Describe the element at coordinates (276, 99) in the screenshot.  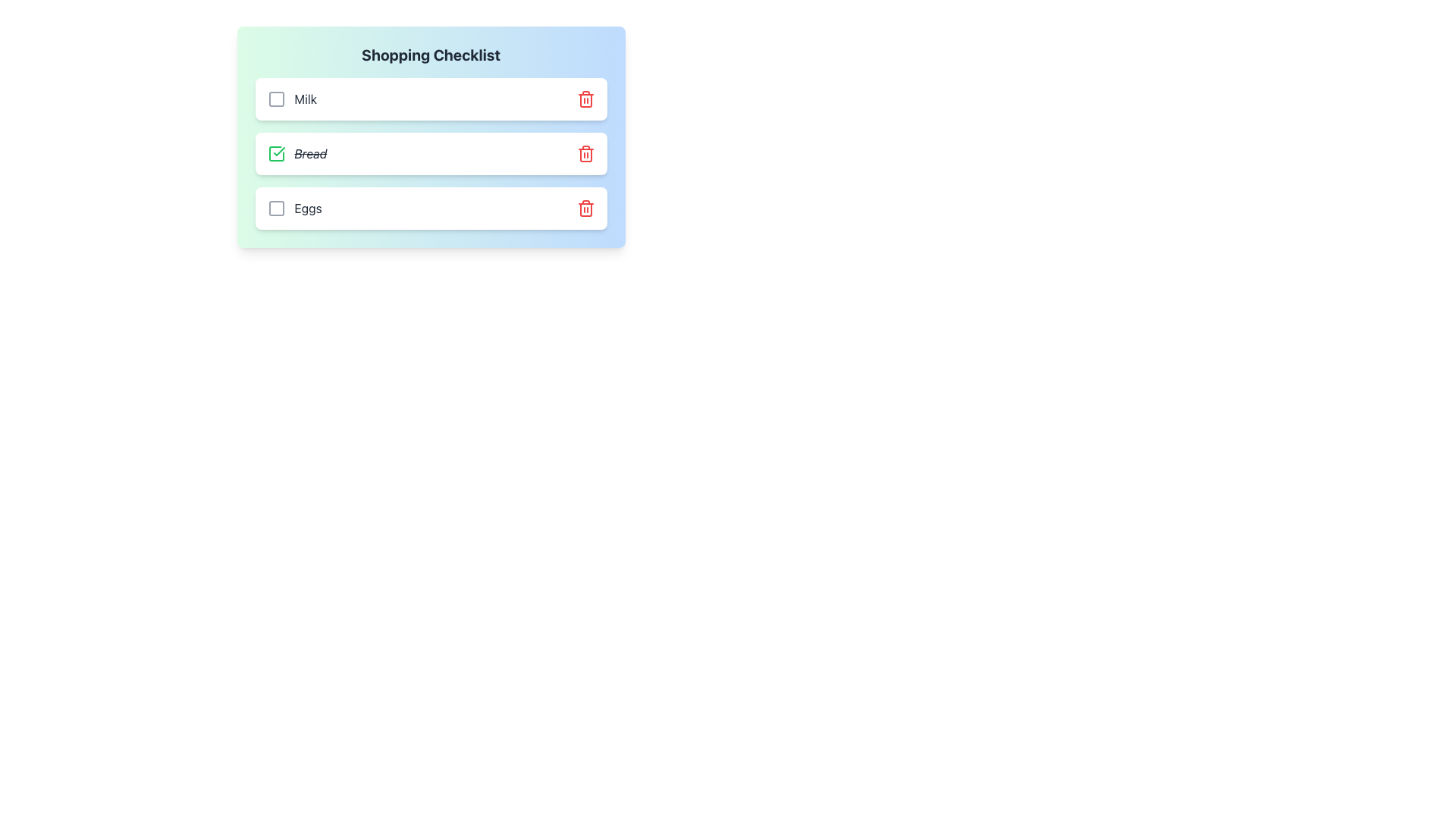
I see `the checkbox` at that location.